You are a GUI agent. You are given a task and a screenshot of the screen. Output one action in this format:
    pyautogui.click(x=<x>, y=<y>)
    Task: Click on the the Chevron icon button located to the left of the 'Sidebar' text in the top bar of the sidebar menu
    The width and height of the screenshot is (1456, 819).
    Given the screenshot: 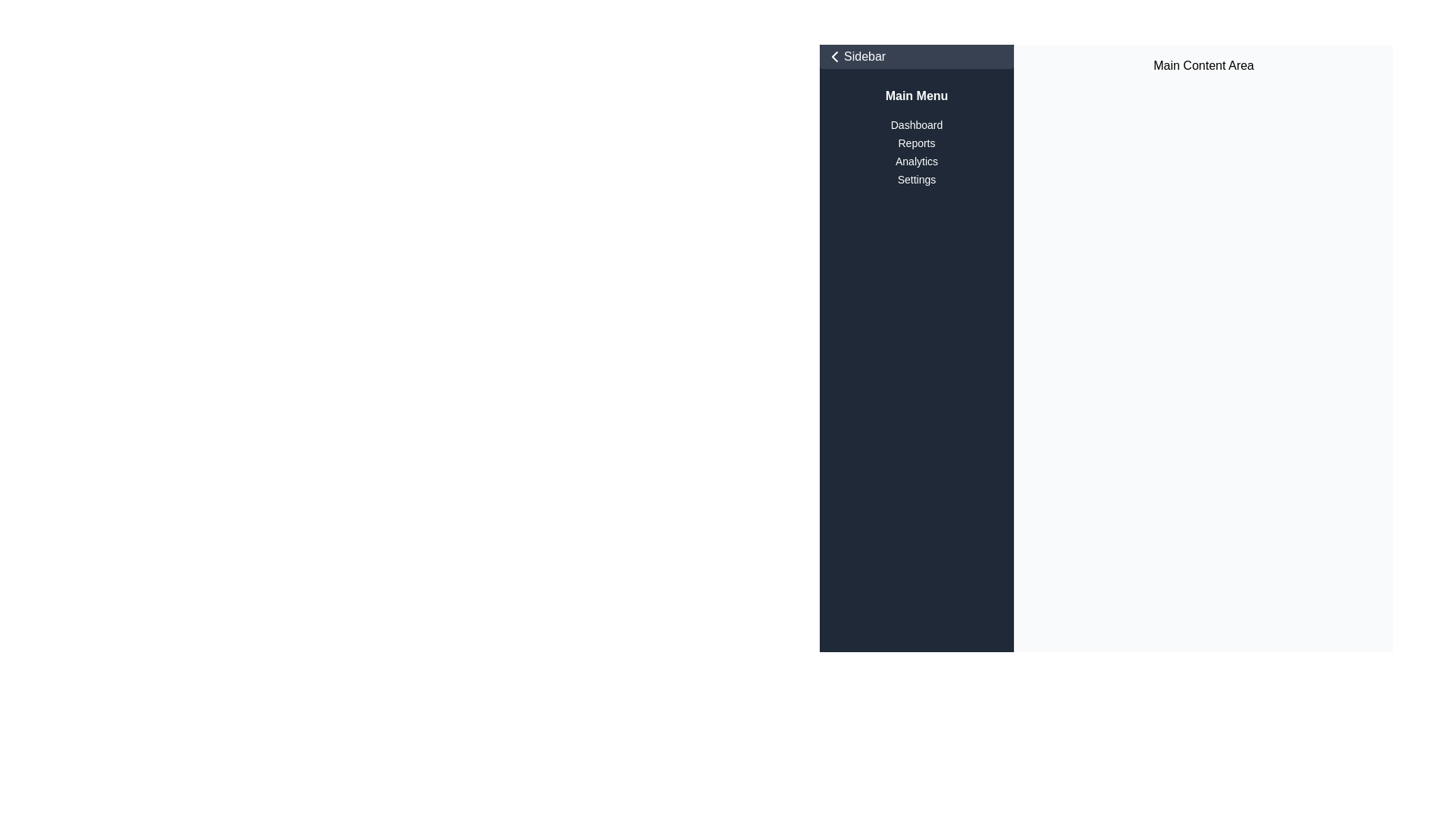 What is the action you would take?
    pyautogui.click(x=833, y=55)
    